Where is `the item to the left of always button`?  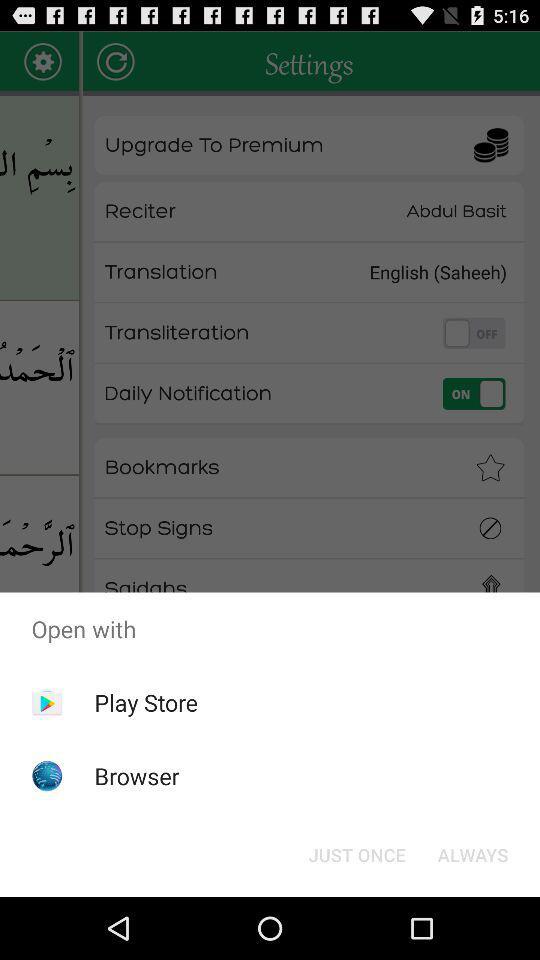
the item to the left of always button is located at coordinates (356, 853).